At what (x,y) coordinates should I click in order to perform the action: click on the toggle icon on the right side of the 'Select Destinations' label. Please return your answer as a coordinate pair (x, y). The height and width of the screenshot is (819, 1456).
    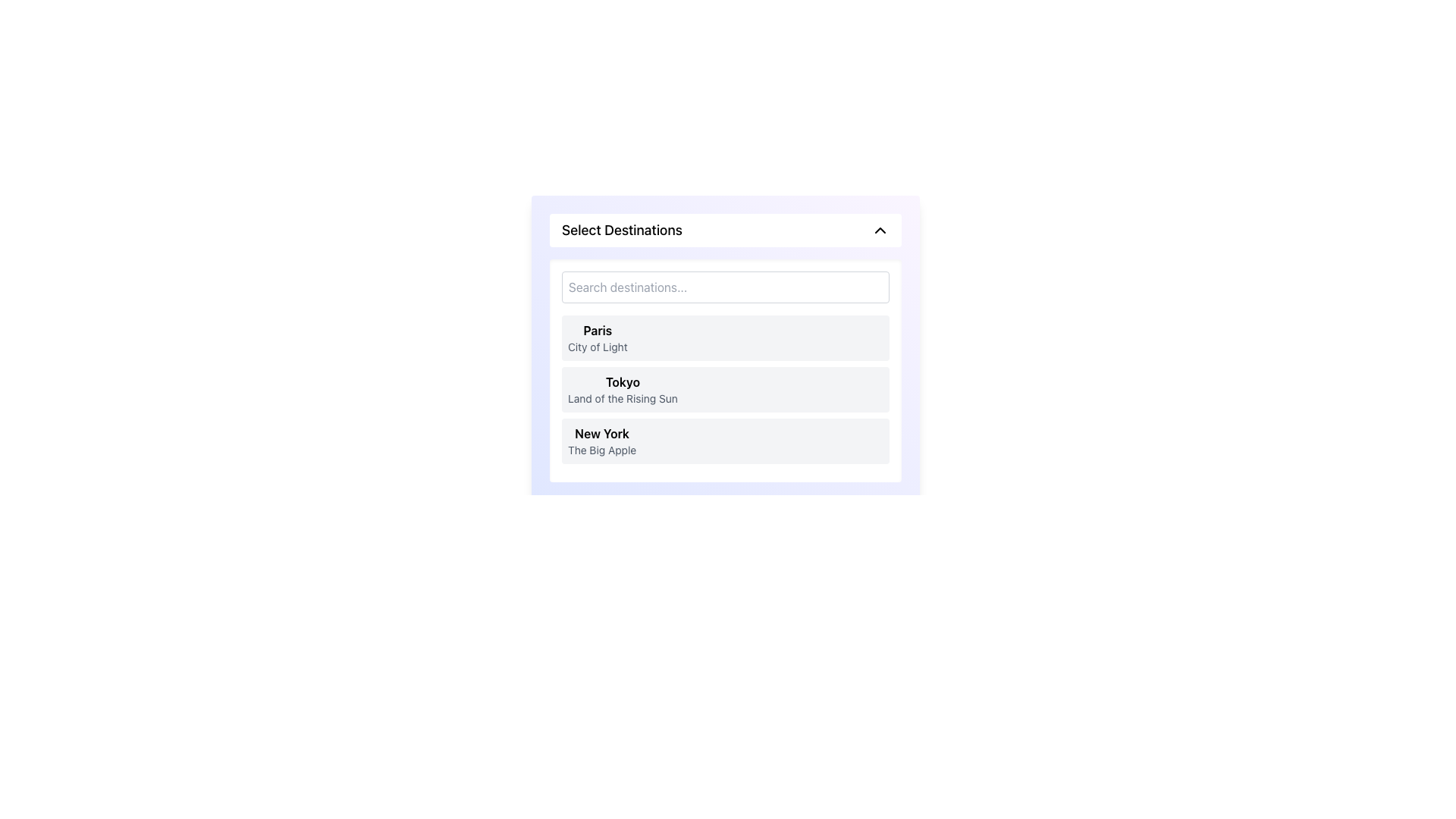
    Looking at the image, I should click on (880, 231).